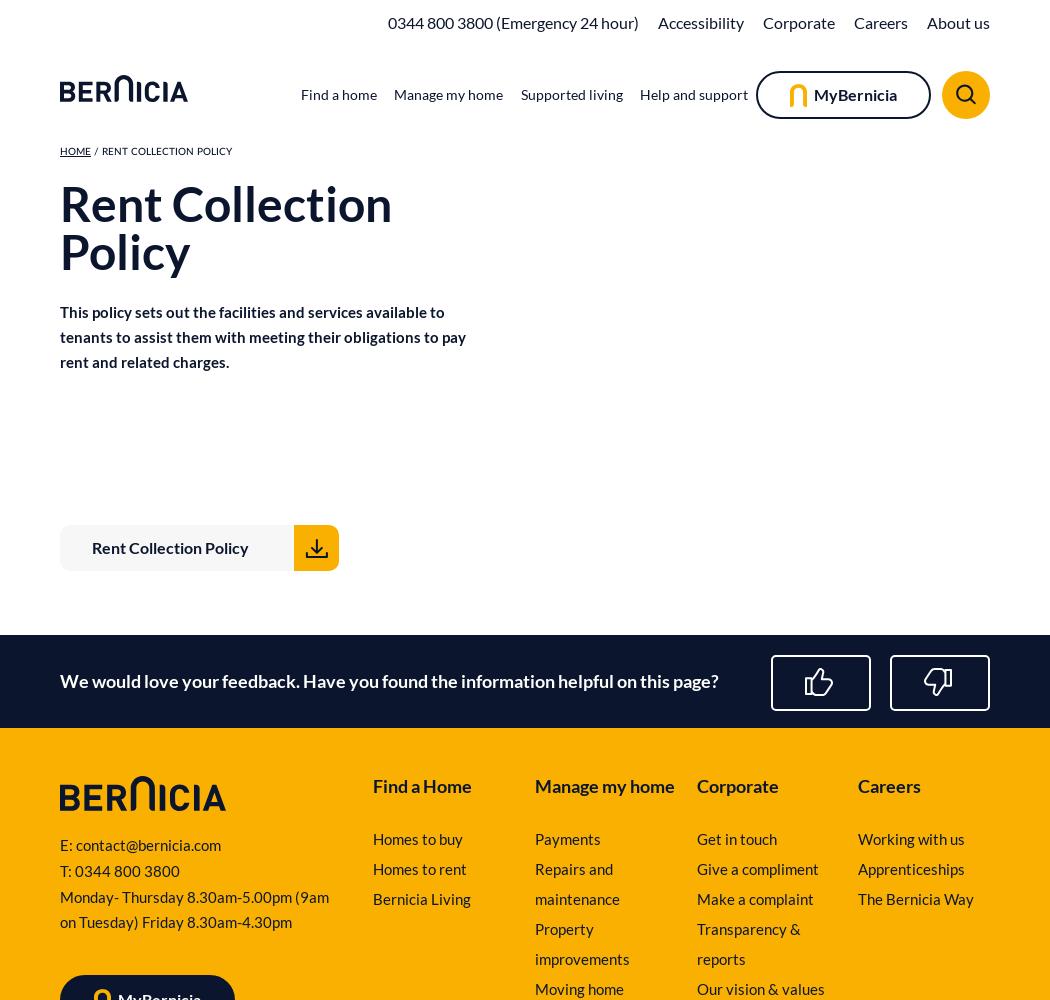 The width and height of the screenshot is (1050, 1000). What do you see at coordinates (911, 838) in the screenshot?
I see `'Working with us'` at bounding box center [911, 838].